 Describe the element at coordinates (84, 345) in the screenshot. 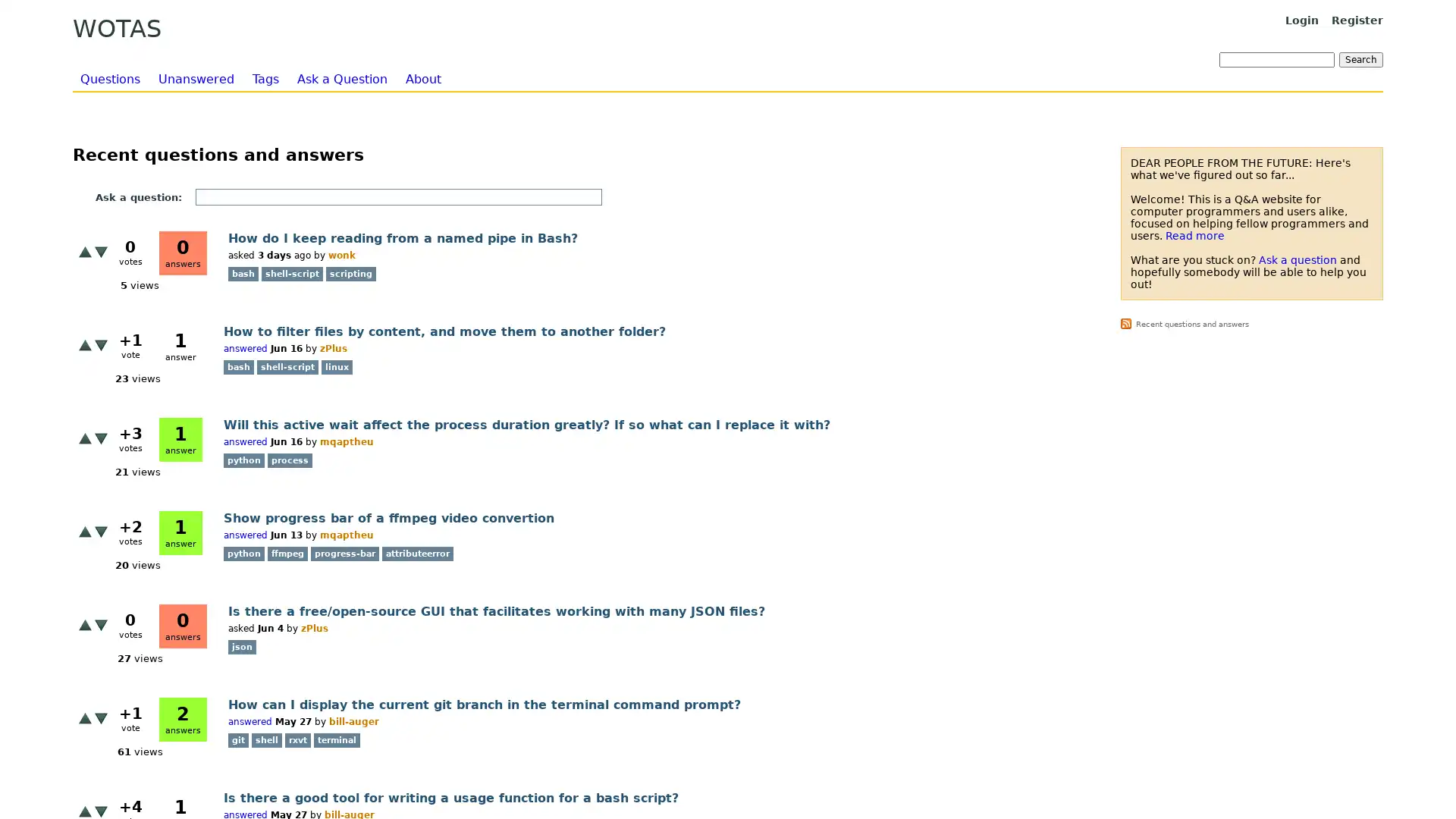

I see `+` at that location.